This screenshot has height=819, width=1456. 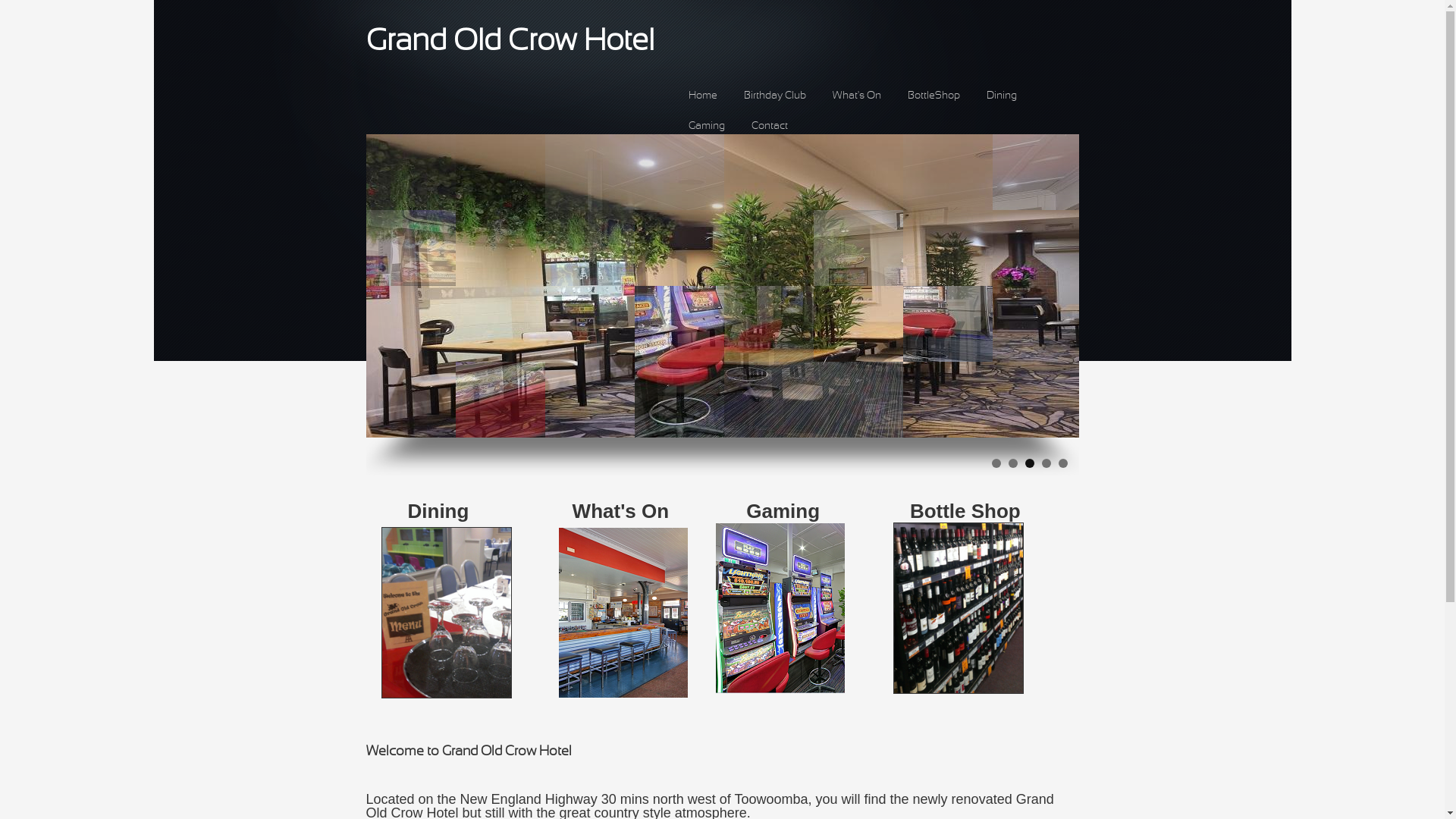 What do you see at coordinates (41, 0) in the screenshot?
I see `'Skip to main content'` at bounding box center [41, 0].